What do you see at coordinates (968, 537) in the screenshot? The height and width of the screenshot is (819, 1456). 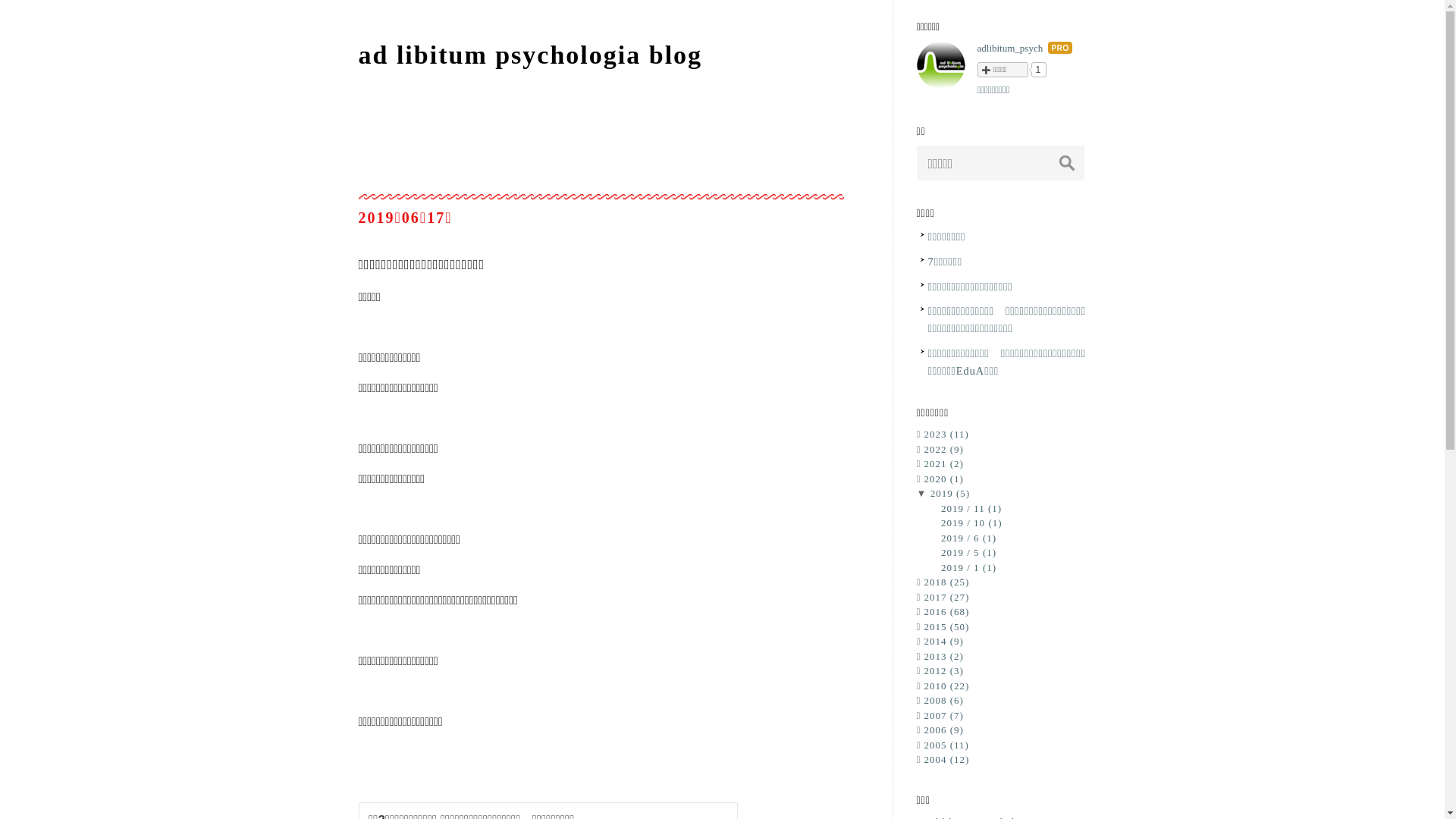 I see `'2019 / 6 (1)'` at bounding box center [968, 537].